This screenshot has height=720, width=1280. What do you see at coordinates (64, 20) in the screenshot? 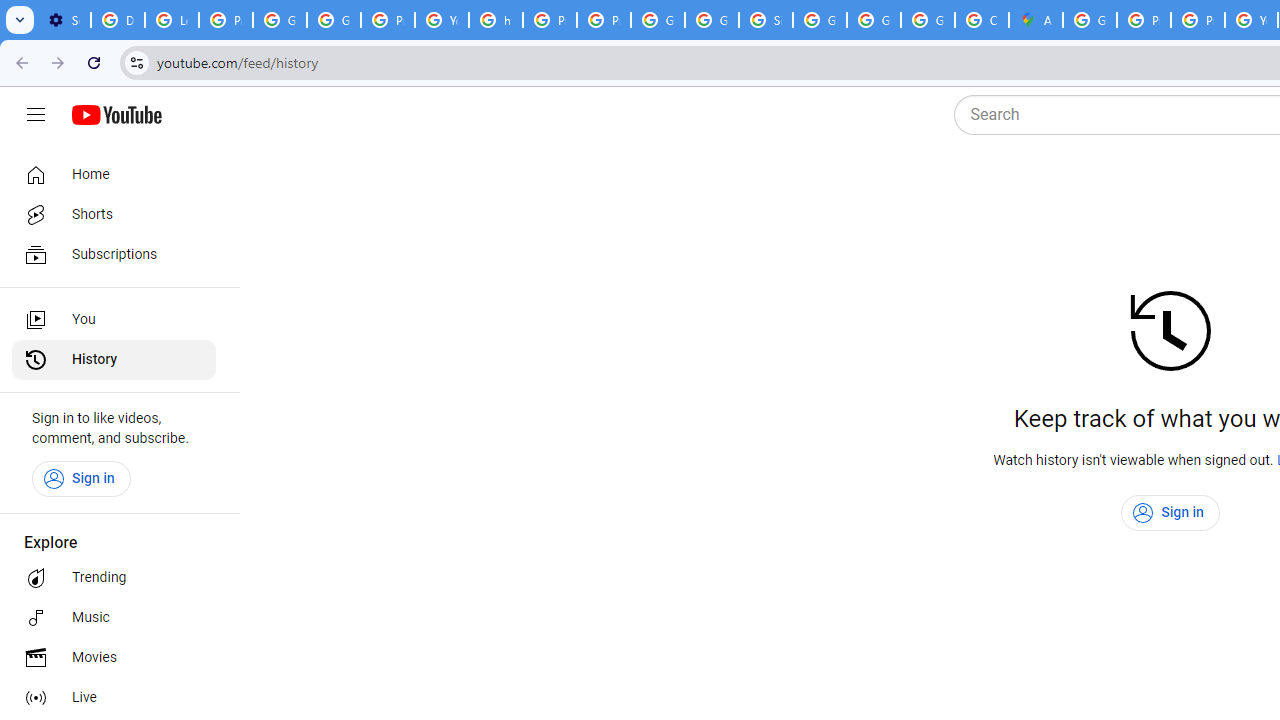
I see `'Settings - On startup'` at bounding box center [64, 20].